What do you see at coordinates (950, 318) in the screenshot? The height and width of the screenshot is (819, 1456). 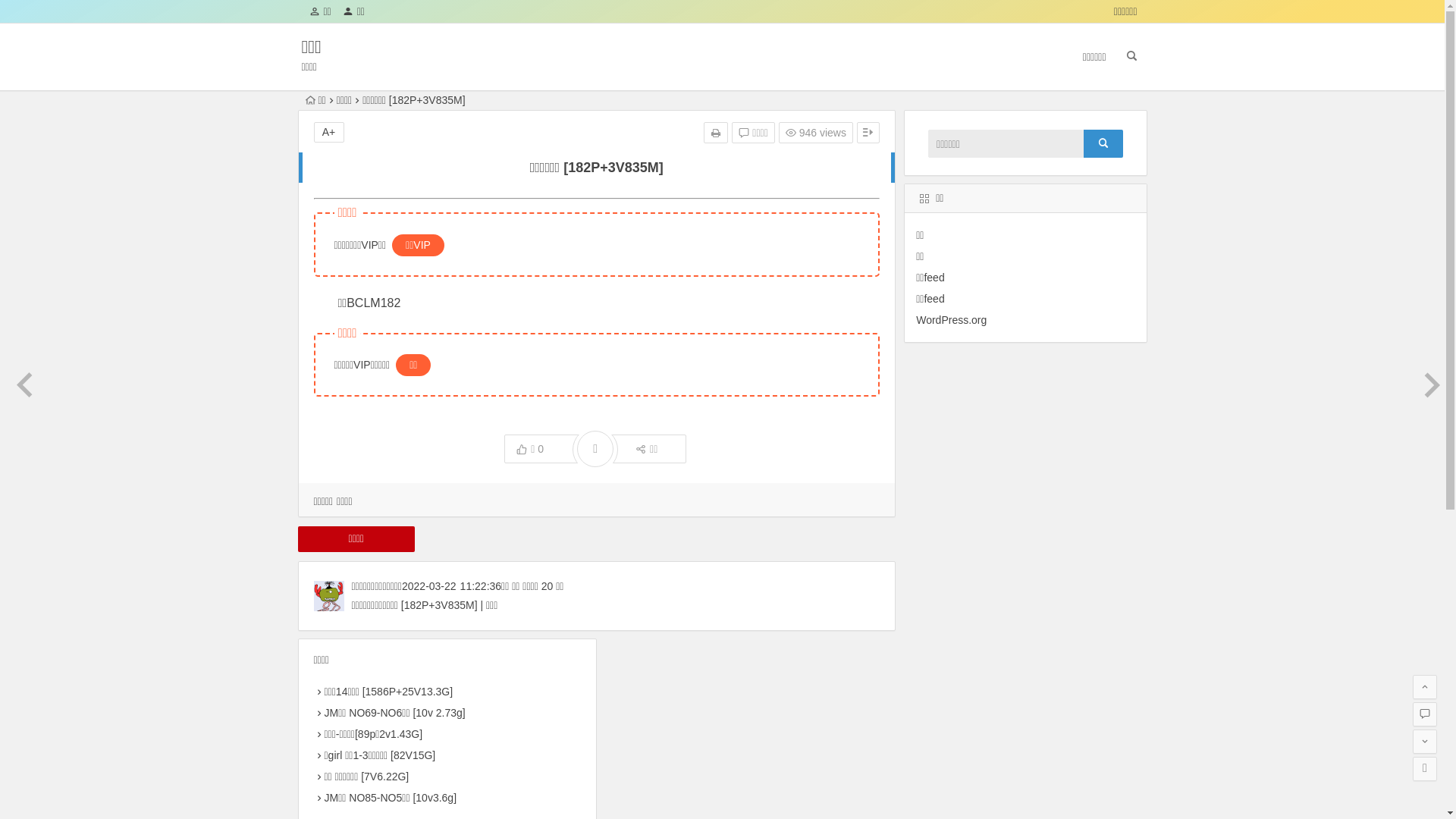 I see `'WordPress.org'` at bounding box center [950, 318].